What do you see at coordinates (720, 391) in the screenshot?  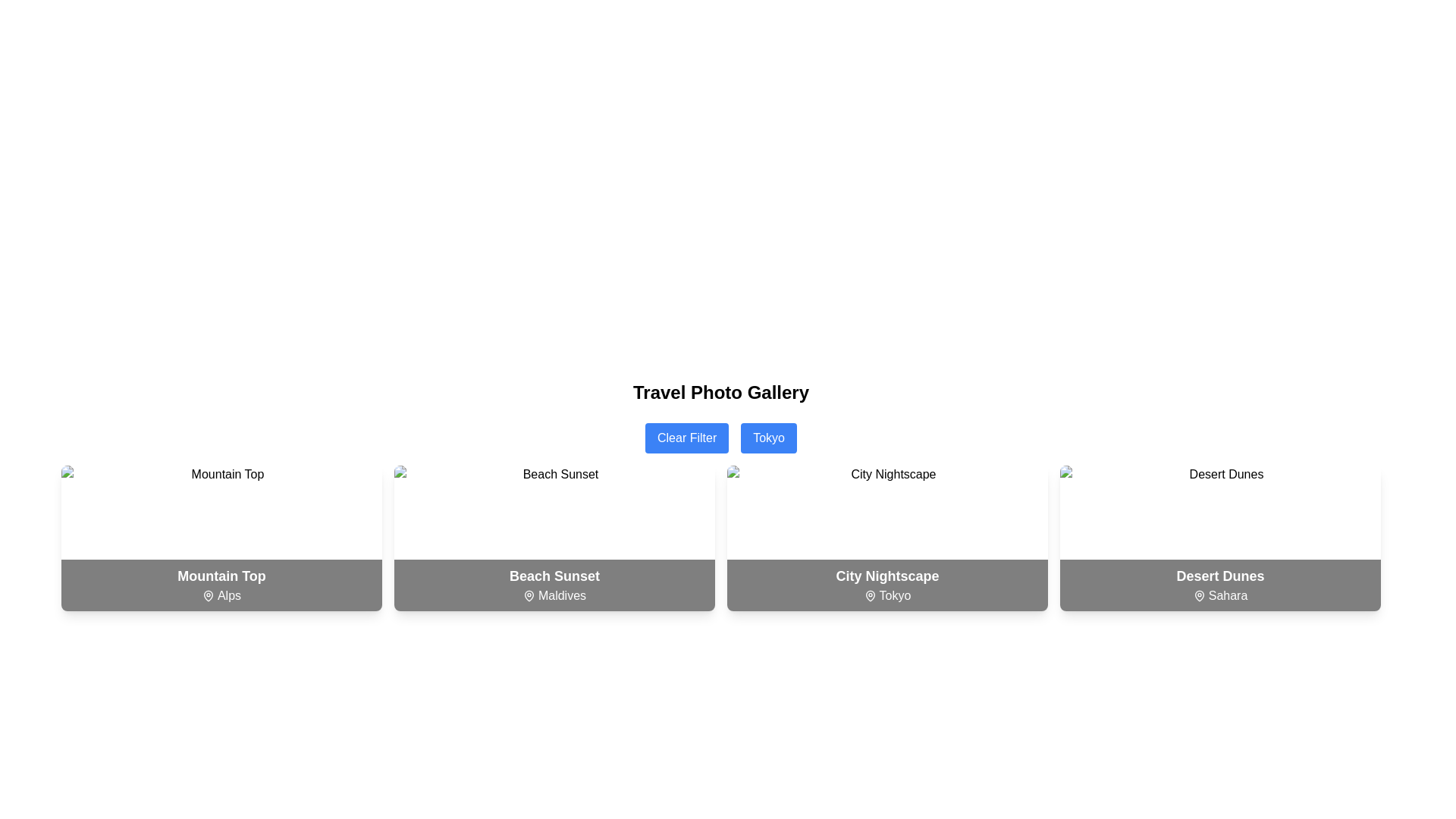 I see `the centrally aligned, bold-text title that reads 'Travel Photo Gallery', which is styled as a header above the main content of the page` at bounding box center [720, 391].